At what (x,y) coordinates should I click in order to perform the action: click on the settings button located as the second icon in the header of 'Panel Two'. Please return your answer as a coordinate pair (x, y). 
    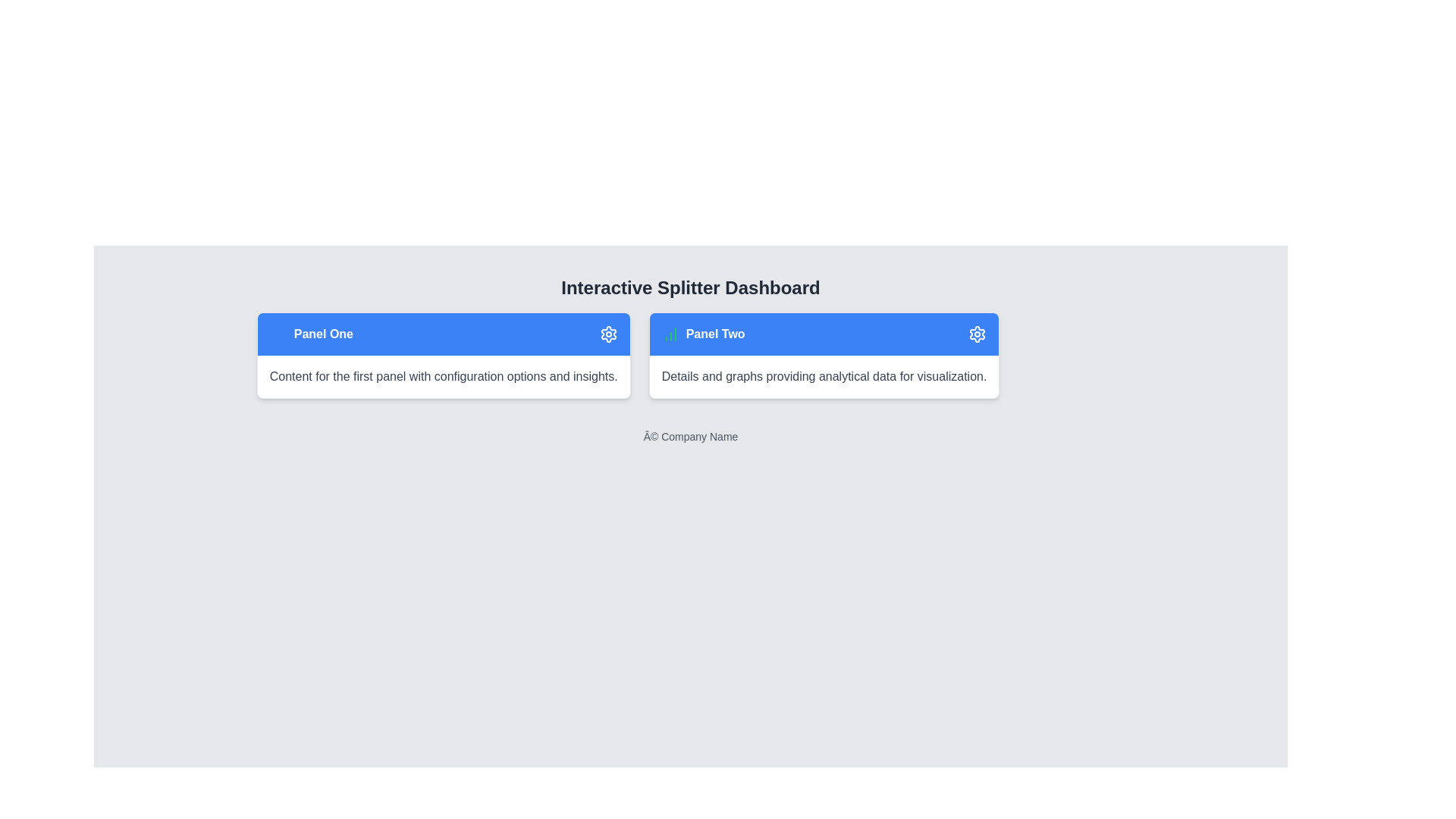
    Looking at the image, I should click on (977, 333).